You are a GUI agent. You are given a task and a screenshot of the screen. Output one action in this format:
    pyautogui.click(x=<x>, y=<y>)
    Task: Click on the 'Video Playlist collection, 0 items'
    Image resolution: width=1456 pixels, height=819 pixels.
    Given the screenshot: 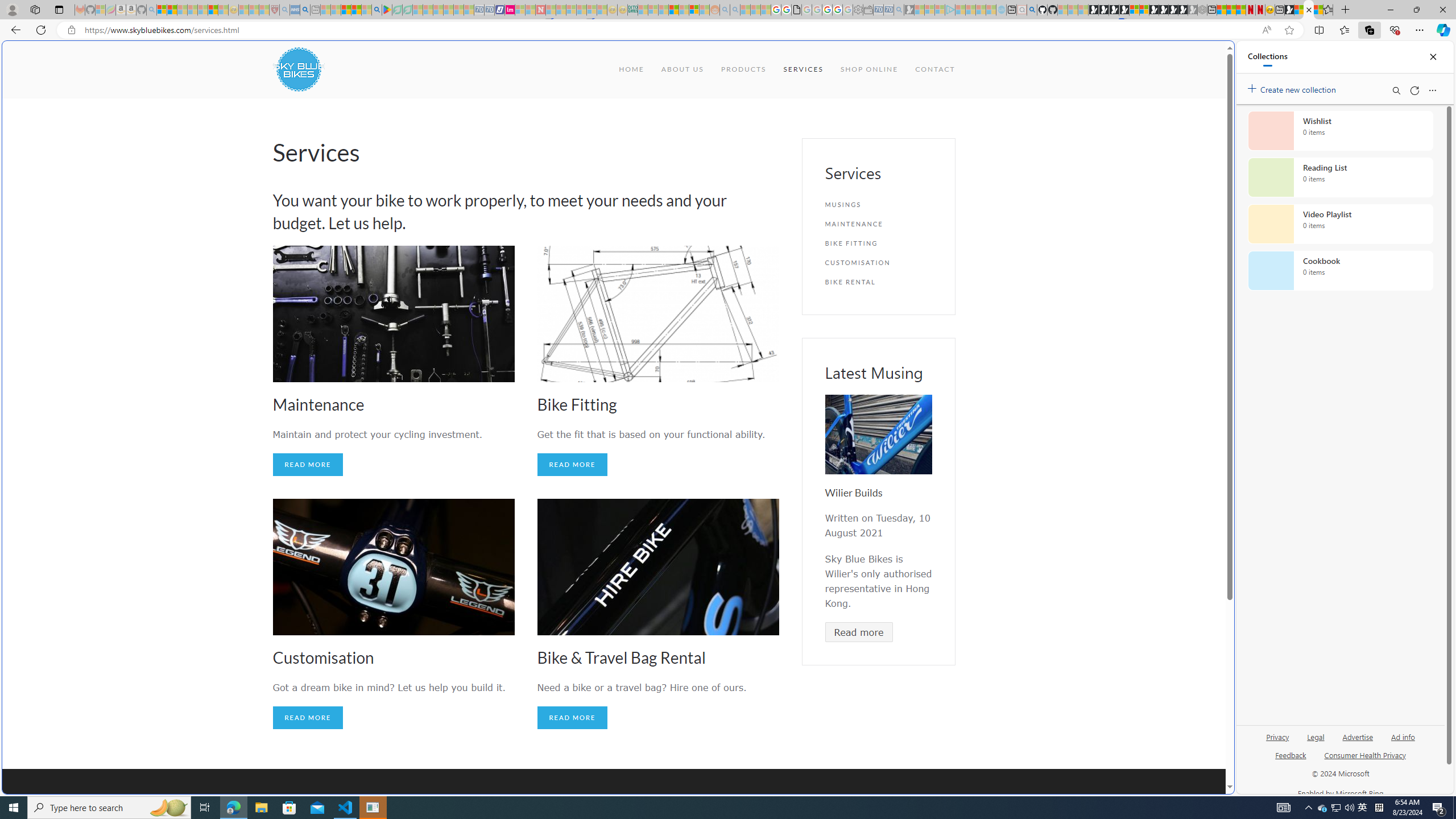 What is the action you would take?
    pyautogui.click(x=1340, y=223)
    